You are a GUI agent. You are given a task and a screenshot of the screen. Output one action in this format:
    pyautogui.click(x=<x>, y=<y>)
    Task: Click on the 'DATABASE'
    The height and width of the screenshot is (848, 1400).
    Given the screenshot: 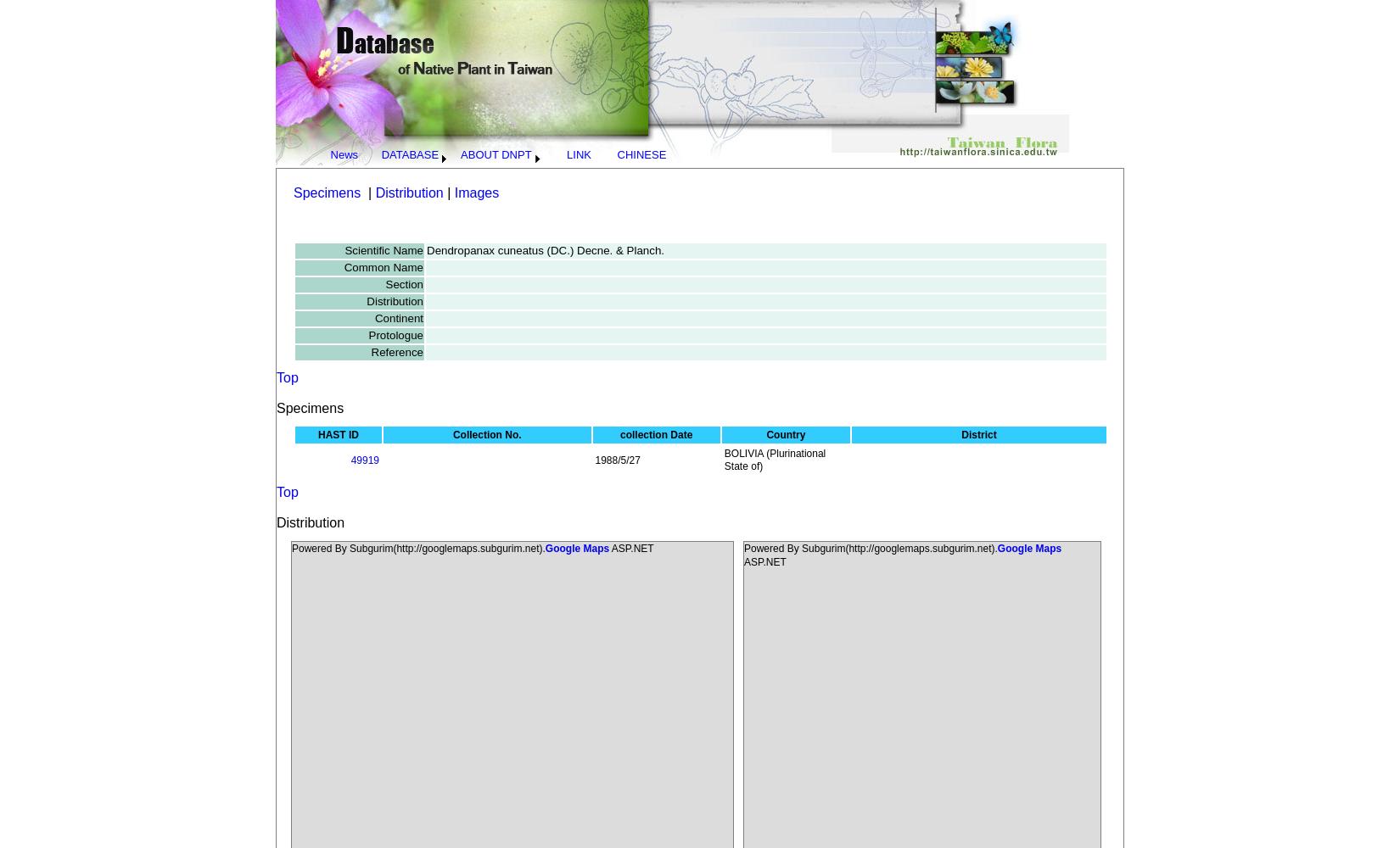 What is the action you would take?
    pyautogui.click(x=408, y=154)
    